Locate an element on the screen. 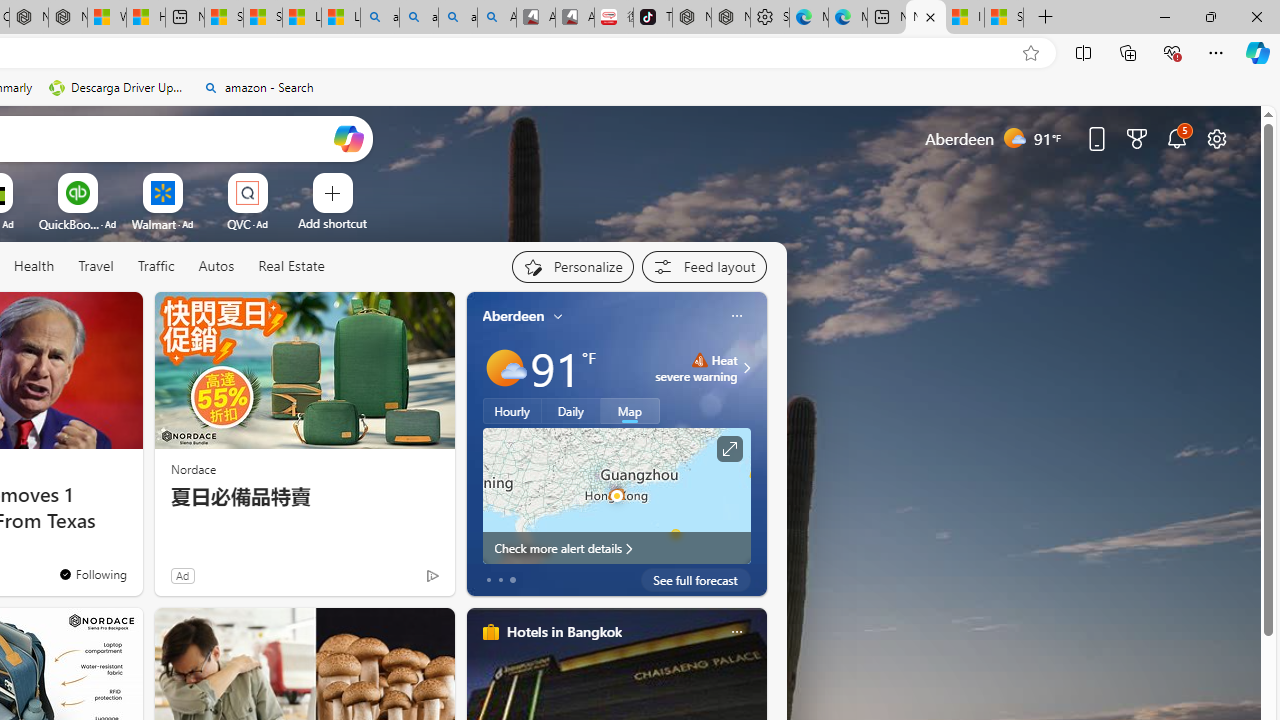  'Heat - Severe Heat severe warning' is located at coordinates (696, 367).